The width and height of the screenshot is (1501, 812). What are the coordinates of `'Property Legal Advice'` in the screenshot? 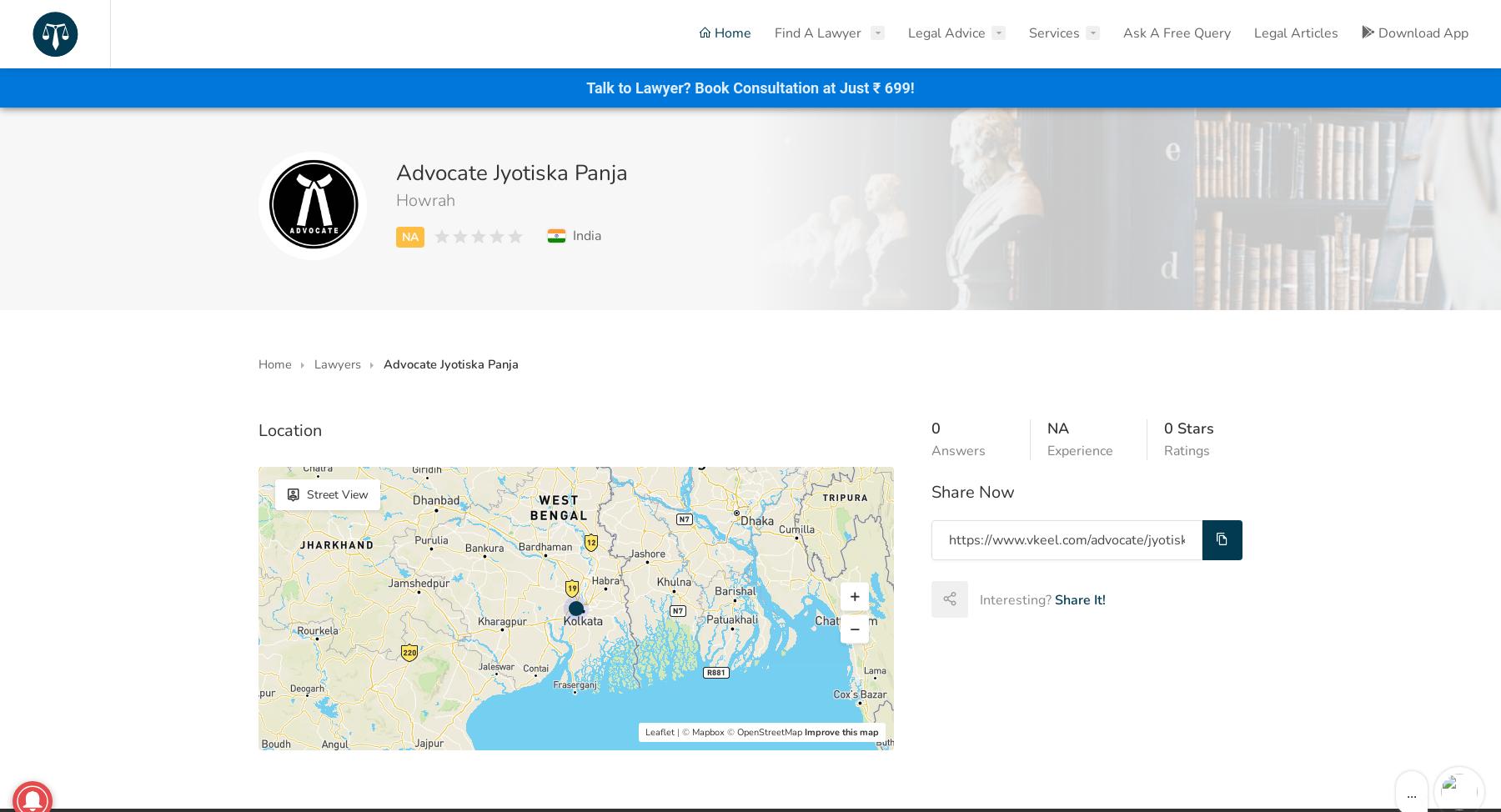 It's located at (989, 120).